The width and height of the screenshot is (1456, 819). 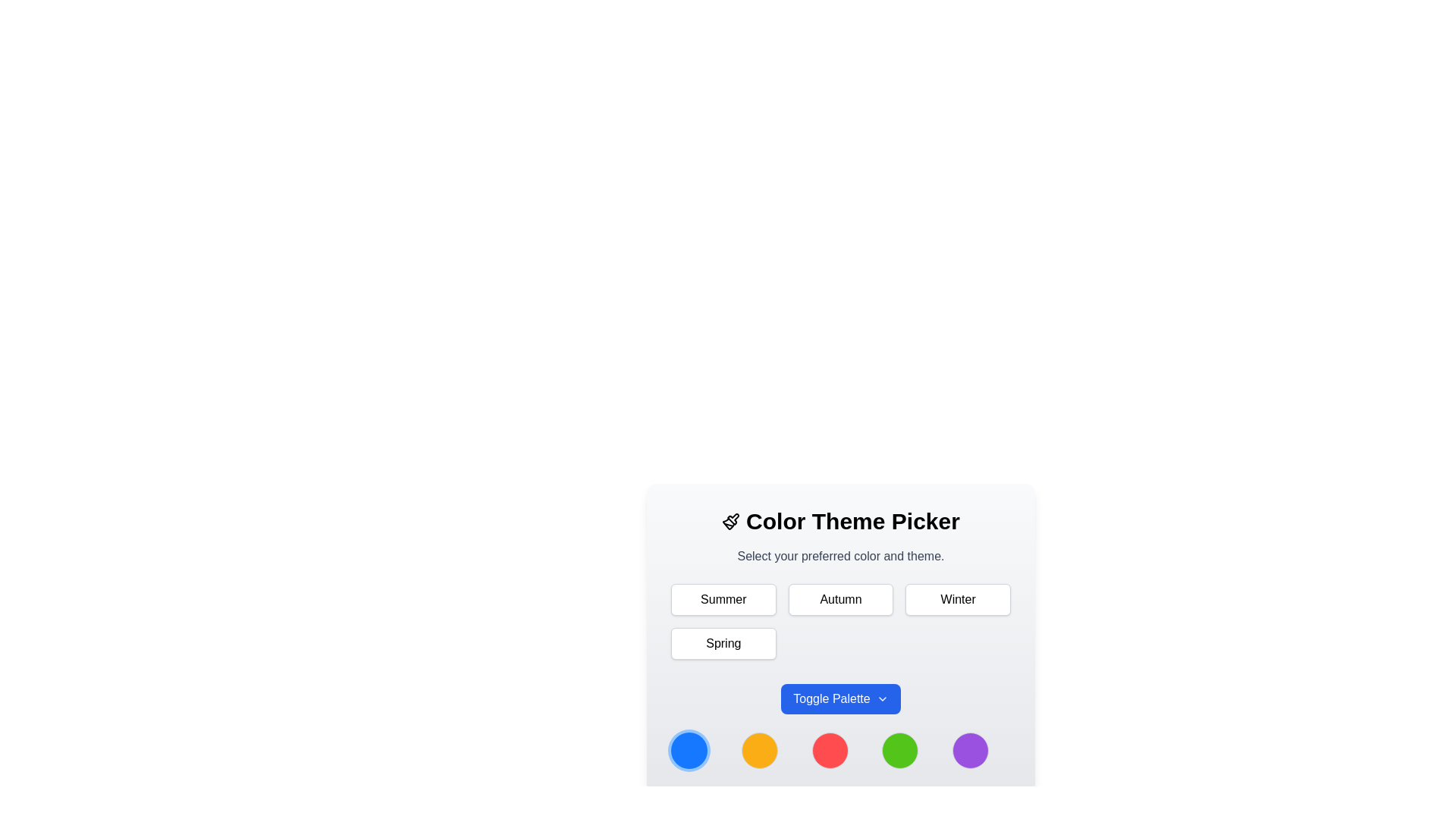 What do you see at coordinates (839, 598) in the screenshot?
I see `the 'Autumn' button, which is a rectangular button with a white background and gray border, located in the middle column of the first row in the button grid below the label 'Select your preferred color and theme'` at bounding box center [839, 598].